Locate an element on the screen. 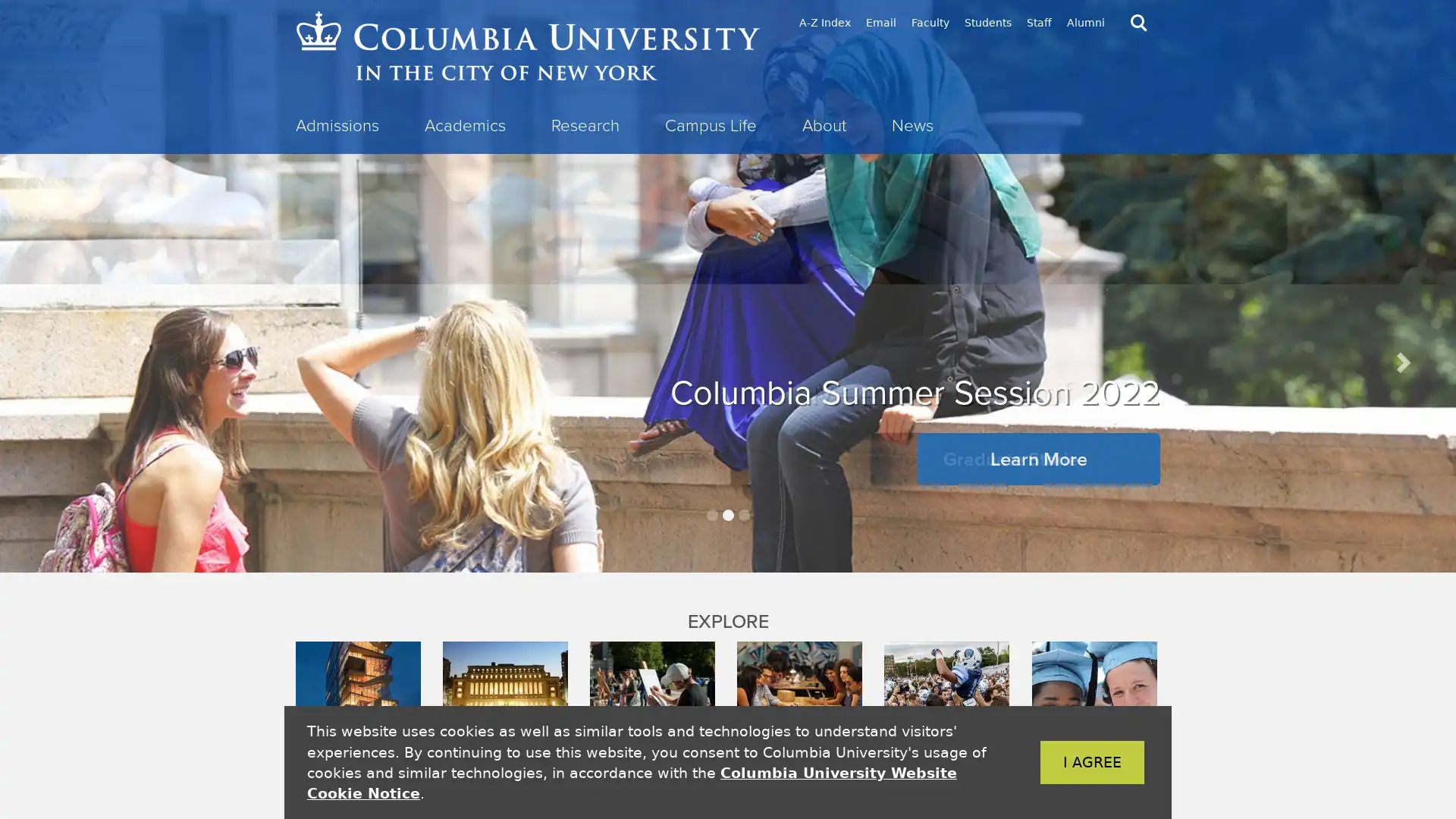 This screenshot has width=1456, height=819. Next is located at coordinates (1401, 362).